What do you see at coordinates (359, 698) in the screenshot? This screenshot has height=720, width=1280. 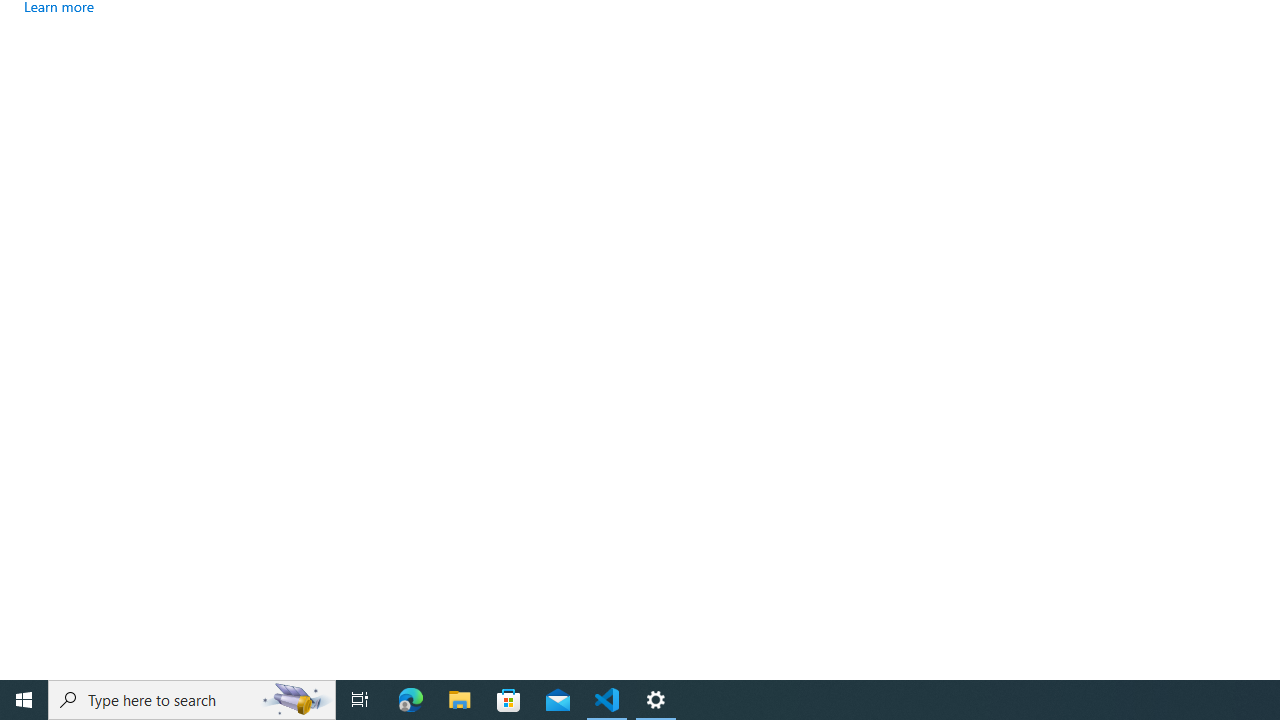 I see `'Task View'` at bounding box center [359, 698].